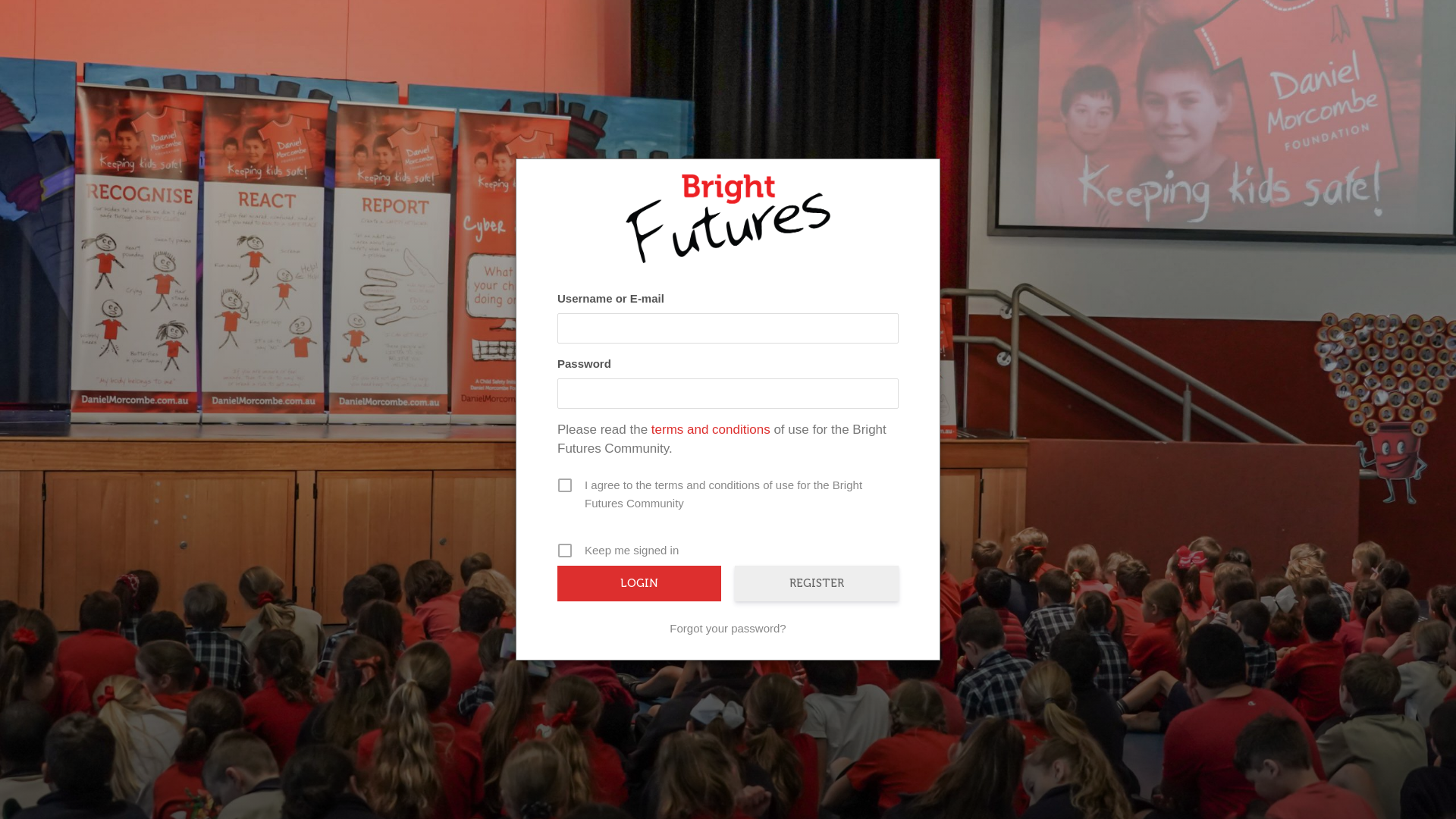  What do you see at coordinates (815, 582) in the screenshot?
I see `'REGISTER'` at bounding box center [815, 582].